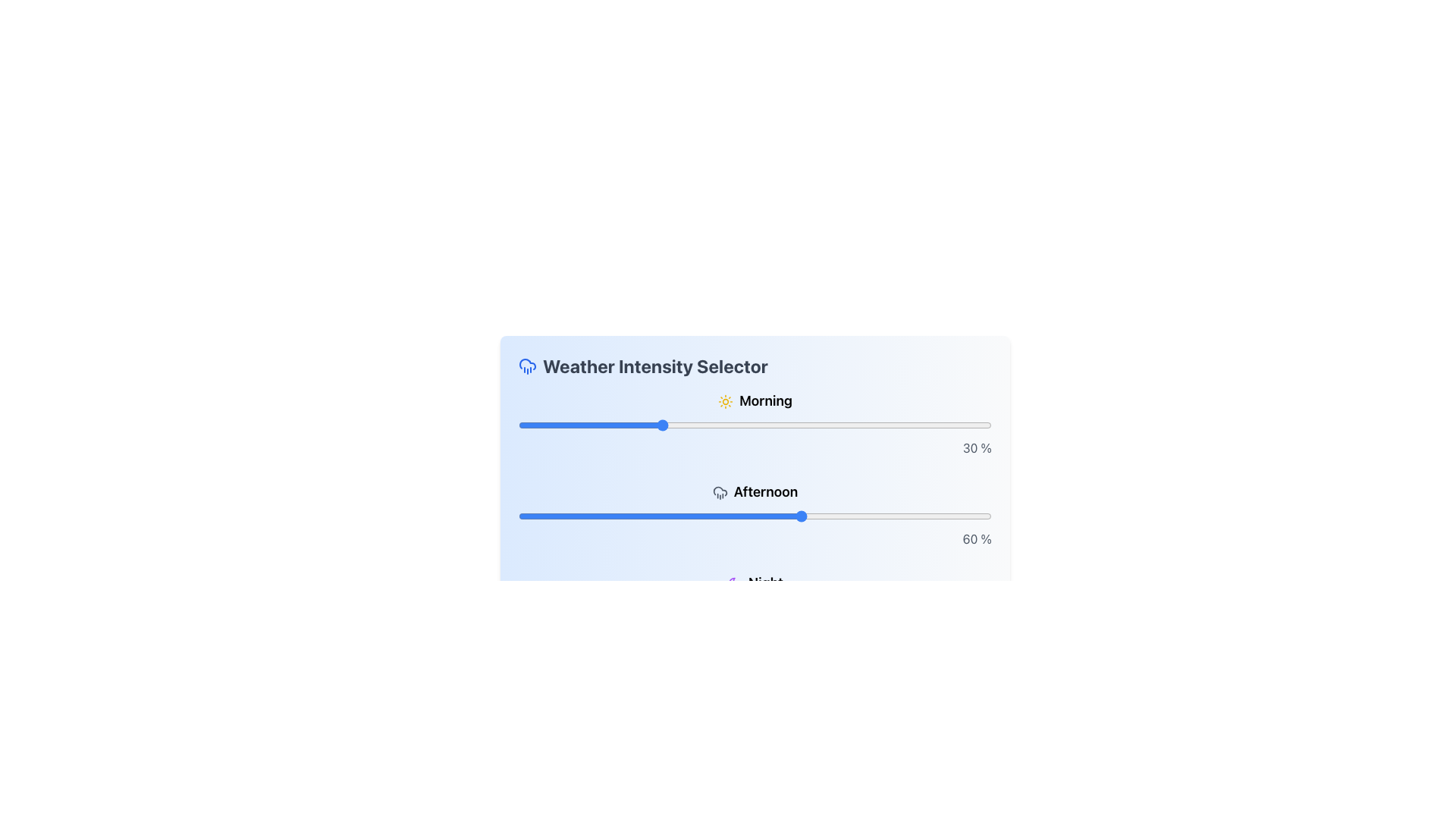 The image size is (1456, 819). Describe the element at coordinates (750, 425) in the screenshot. I see `the weather intensity for the morning` at that location.